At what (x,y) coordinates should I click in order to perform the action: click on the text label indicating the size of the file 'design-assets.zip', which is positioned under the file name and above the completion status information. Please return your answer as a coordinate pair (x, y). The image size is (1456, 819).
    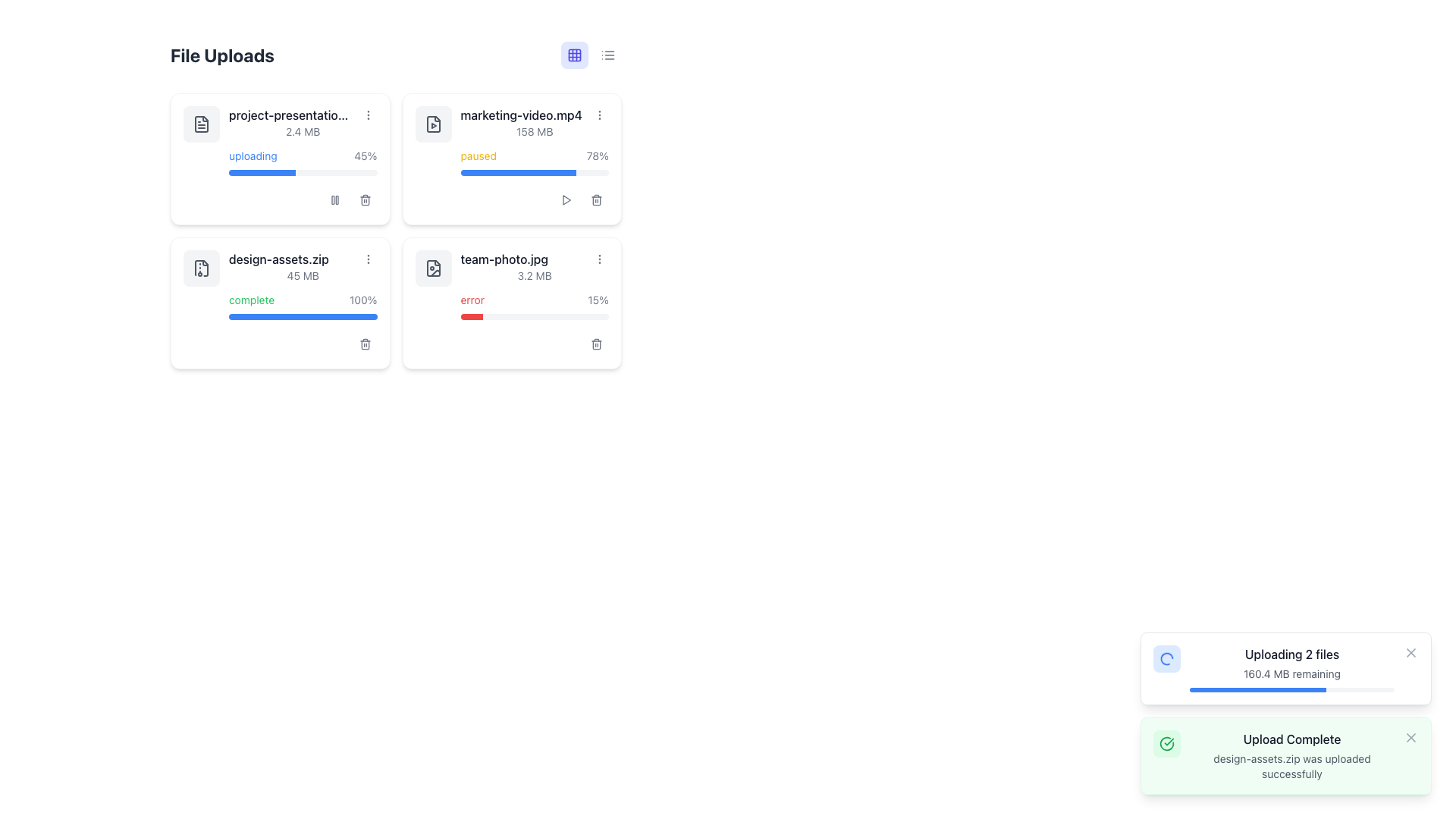
    Looking at the image, I should click on (303, 275).